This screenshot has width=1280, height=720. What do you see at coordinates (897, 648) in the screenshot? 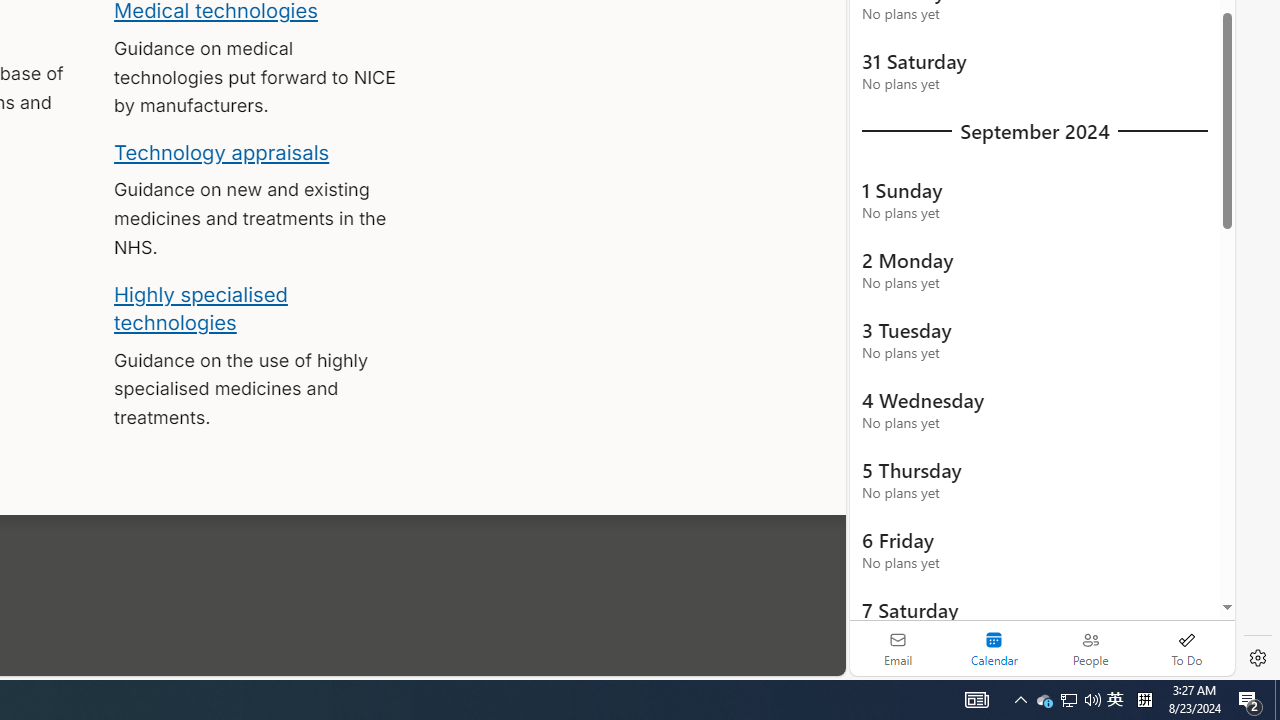
I see `'Email'` at bounding box center [897, 648].